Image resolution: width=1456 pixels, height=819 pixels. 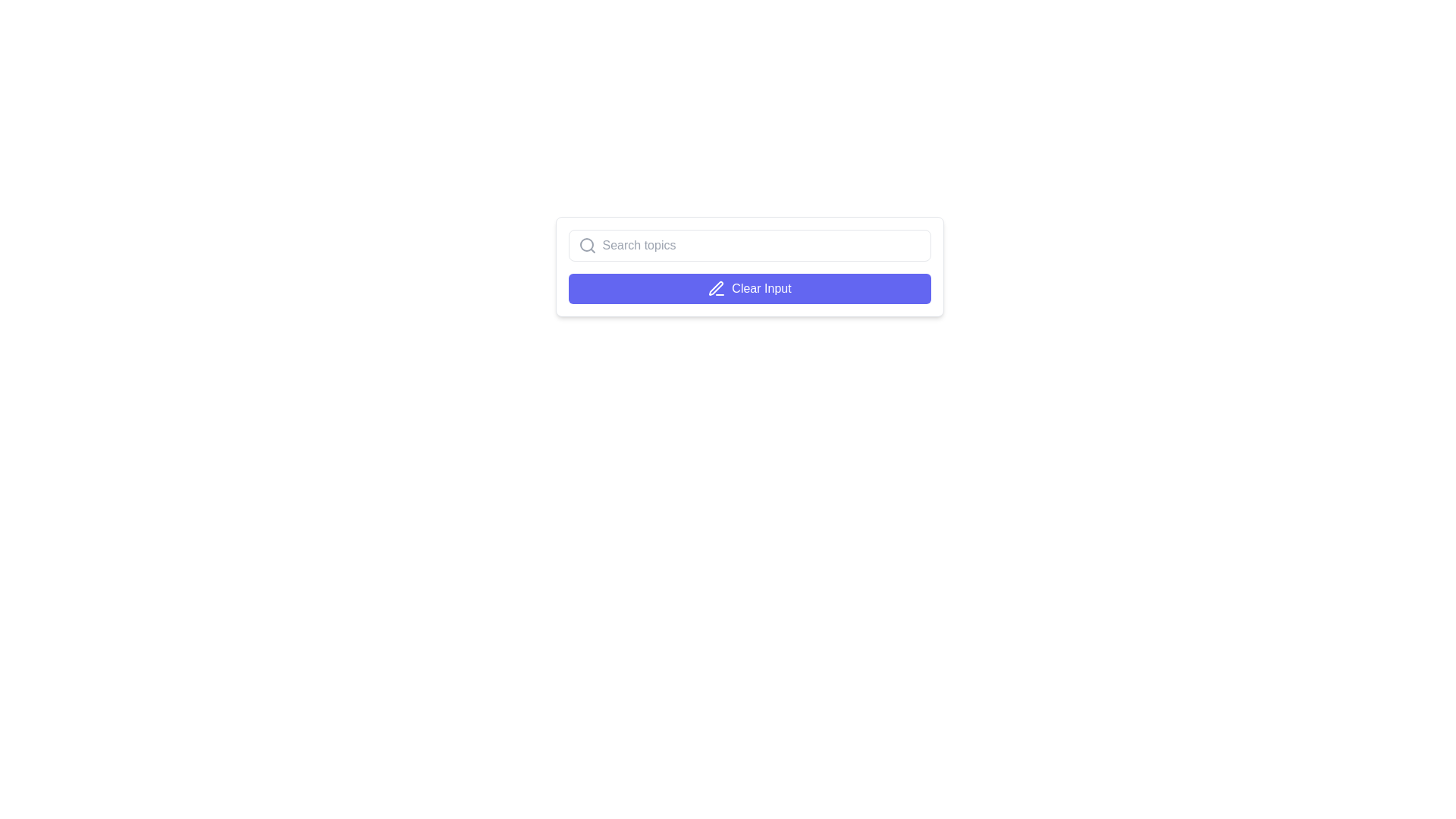 I want to click on the search icon located at the leftmost side of the search input field, which visually represents a search action, so click(x=586, y=245).